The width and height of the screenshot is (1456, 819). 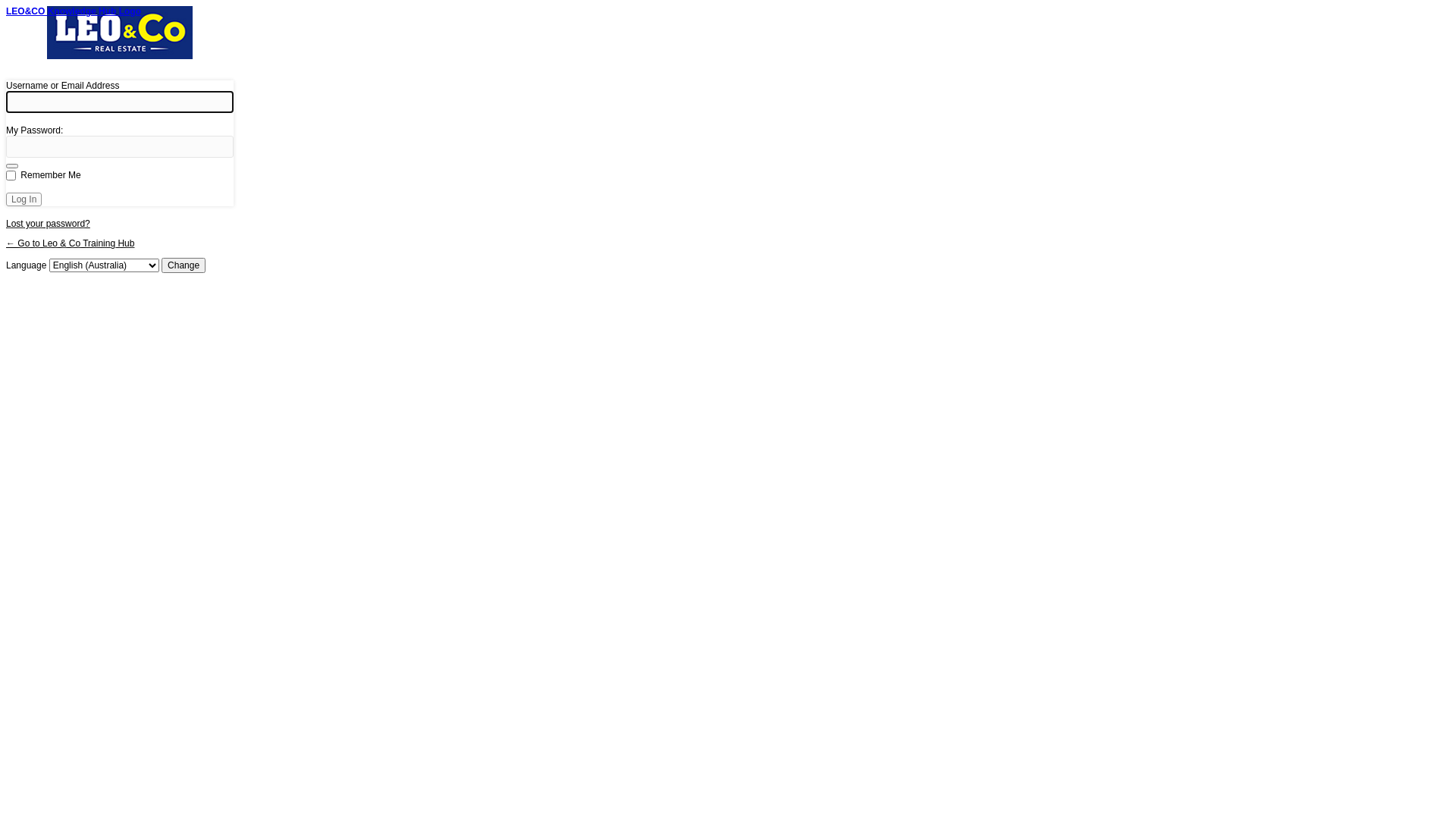 What do you see at coordinates (182, 265) in the screenshot?
I see `'Change'` at bounding box center [182, 265].